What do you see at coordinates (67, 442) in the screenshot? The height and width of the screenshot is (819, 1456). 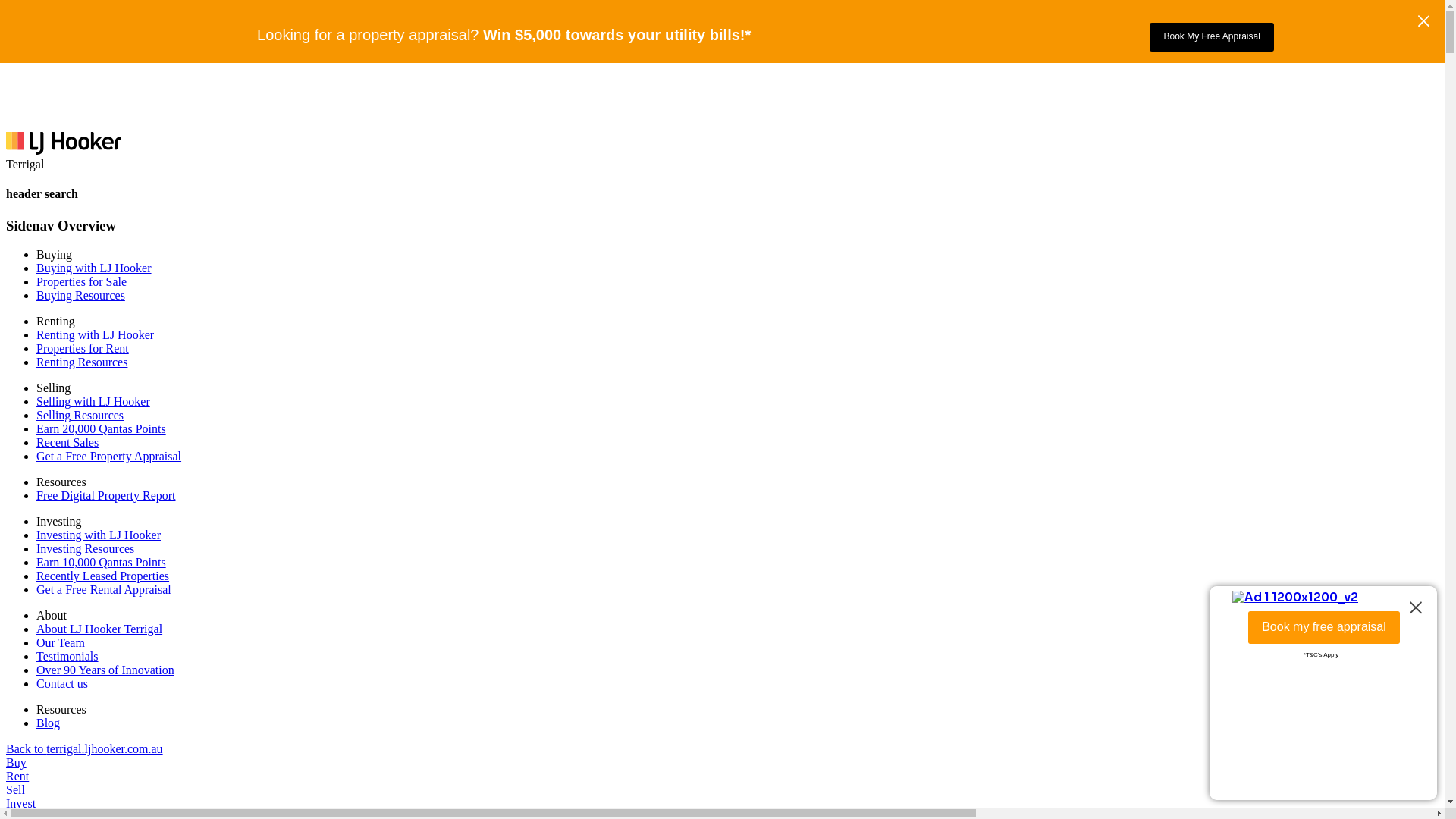 I see `'Recent Sales'` at bounding box center [67, 442].